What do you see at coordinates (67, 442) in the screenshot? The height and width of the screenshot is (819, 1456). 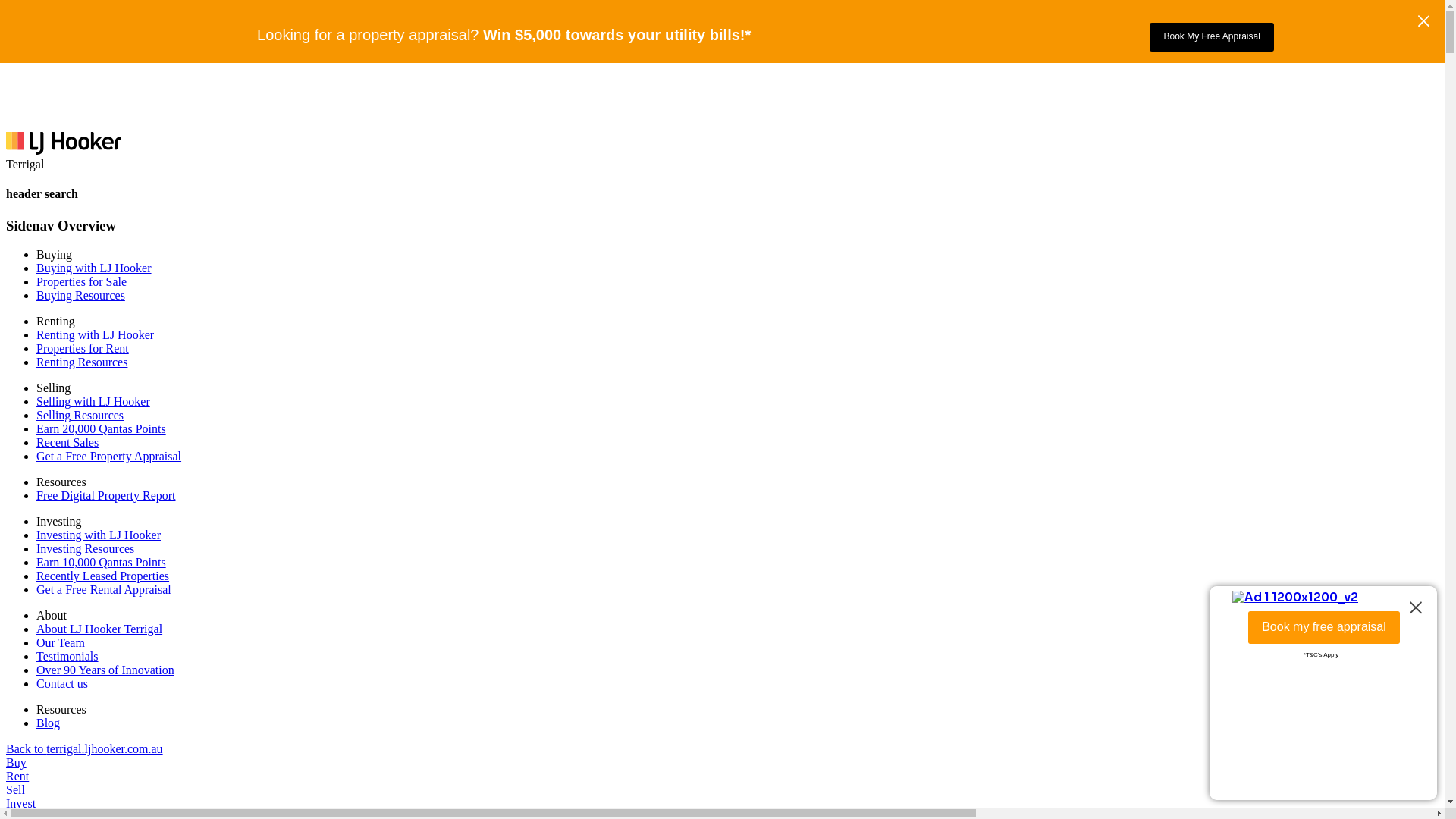 I see `'Recent Sales'` at bounding box center [67, 442].